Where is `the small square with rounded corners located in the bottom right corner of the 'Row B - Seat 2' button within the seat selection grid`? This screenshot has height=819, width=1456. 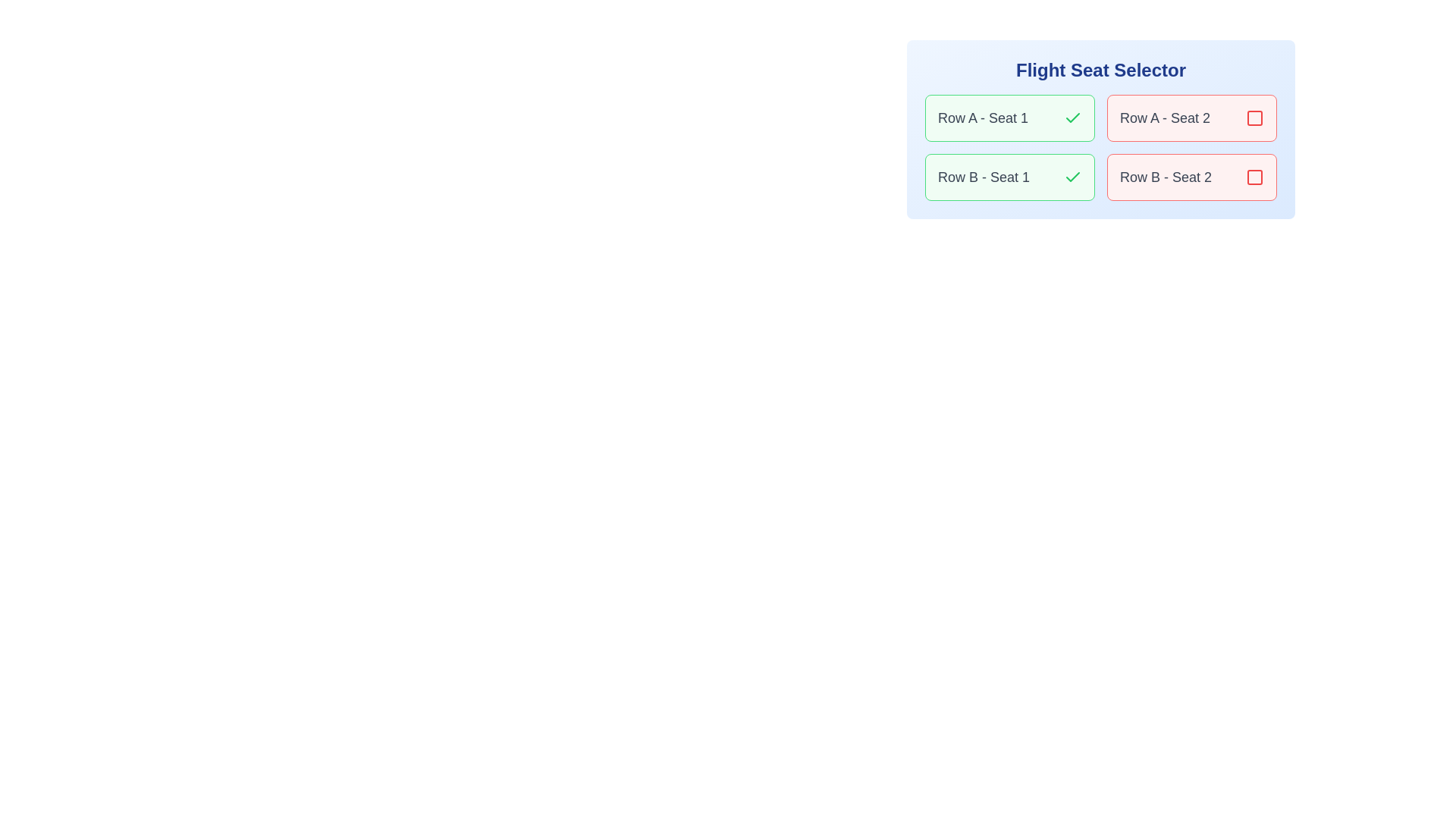 the small square with rounded corners located in the bottom right corner of the 'Row B - Seat 2' button within the seat selection grid is located at coordinates (1255, 177).